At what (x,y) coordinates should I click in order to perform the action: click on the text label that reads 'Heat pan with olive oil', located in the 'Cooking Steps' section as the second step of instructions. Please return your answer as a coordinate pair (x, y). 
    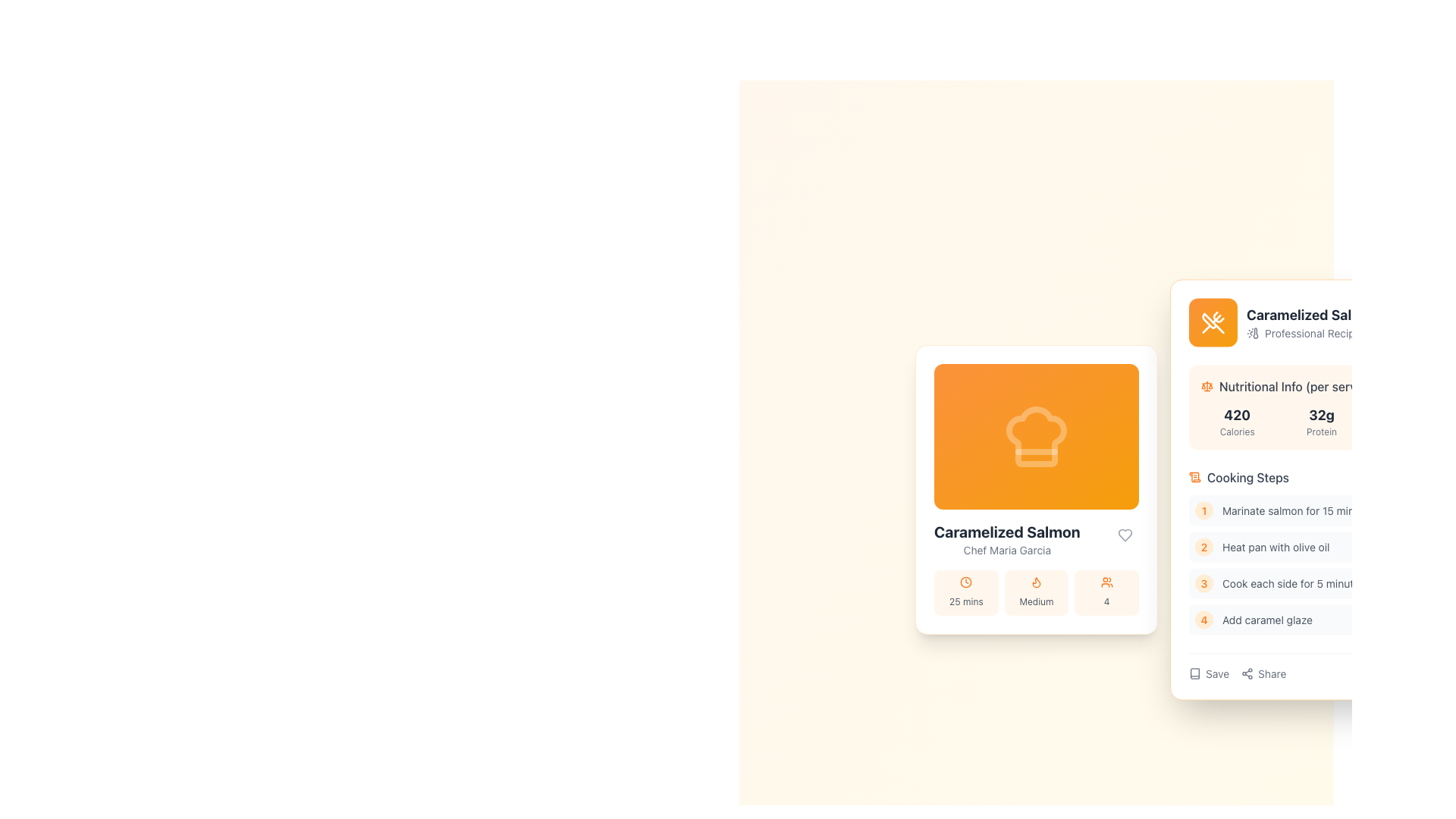
    Looking at the image, I should click on (1275, 547).